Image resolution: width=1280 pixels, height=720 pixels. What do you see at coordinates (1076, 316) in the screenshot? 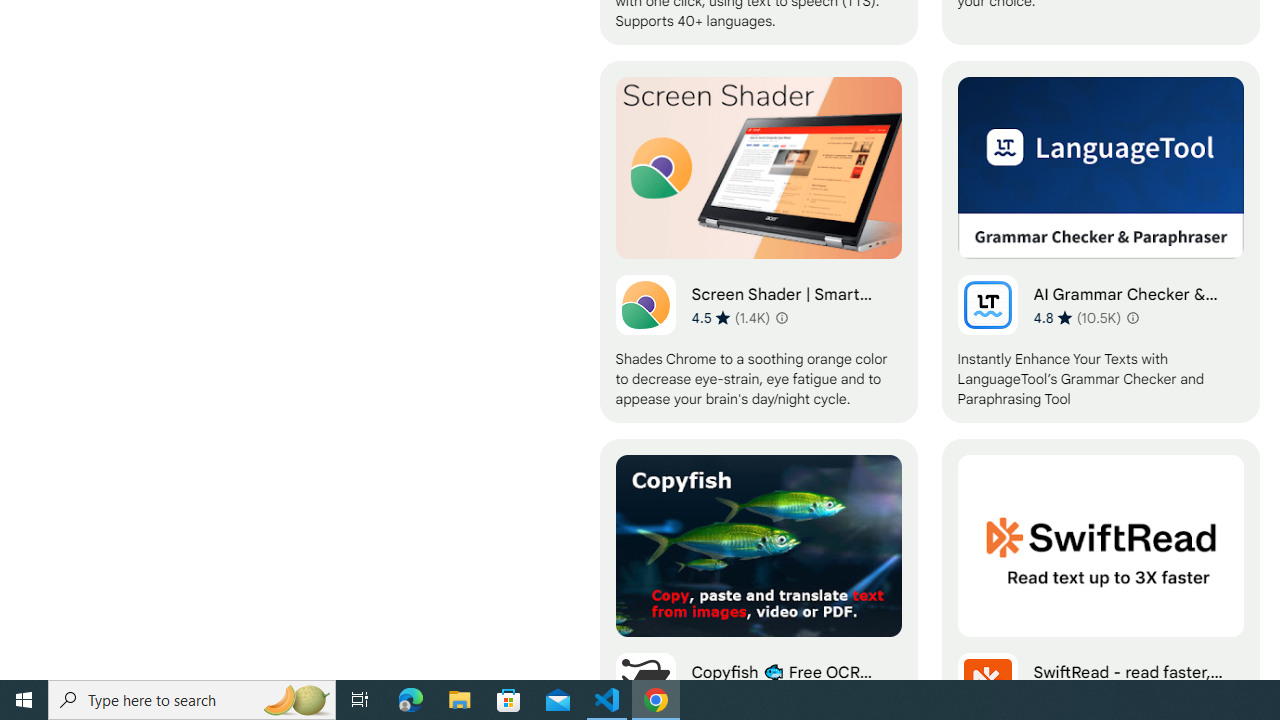
I see `'Average rating 4.8 out of 5 stars. 10.5K ratings.'` at bounding box center [1076, 316].